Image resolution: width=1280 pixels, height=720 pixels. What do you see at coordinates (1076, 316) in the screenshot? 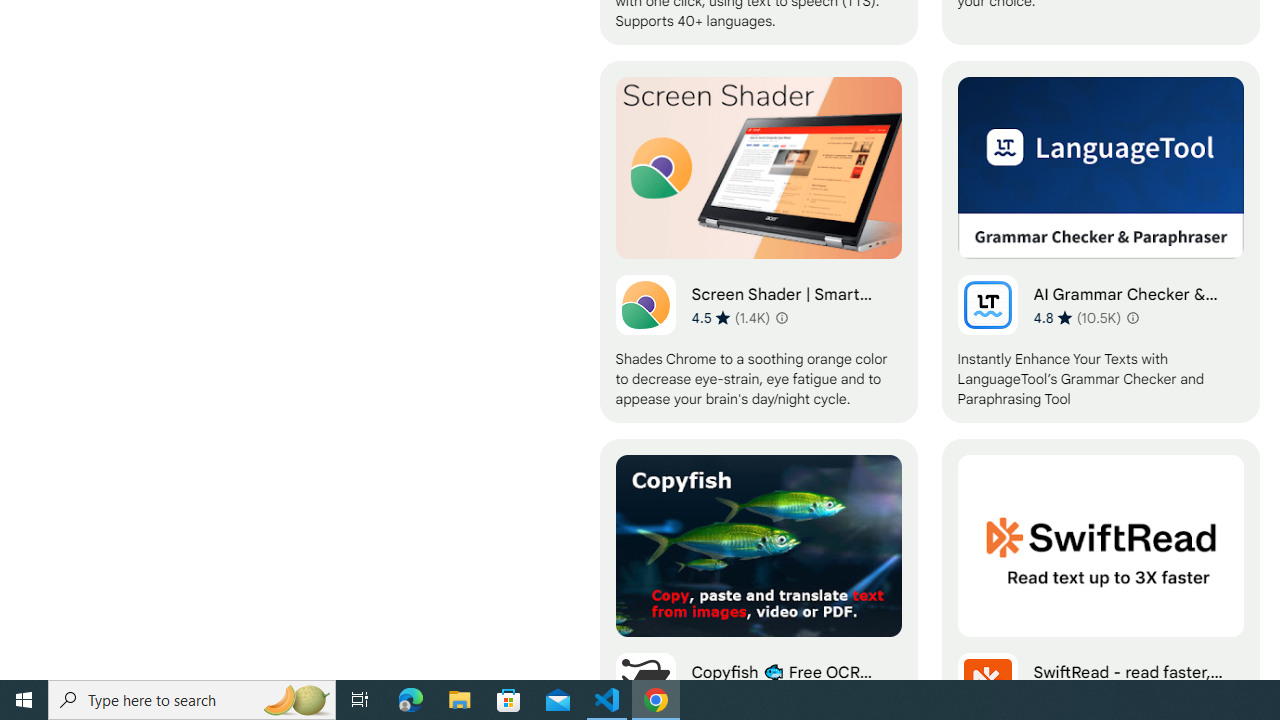
I see `'Average rating 4.8 out of 5 stars. 10.5K ratings.'` at bounding box center [1076, 316].